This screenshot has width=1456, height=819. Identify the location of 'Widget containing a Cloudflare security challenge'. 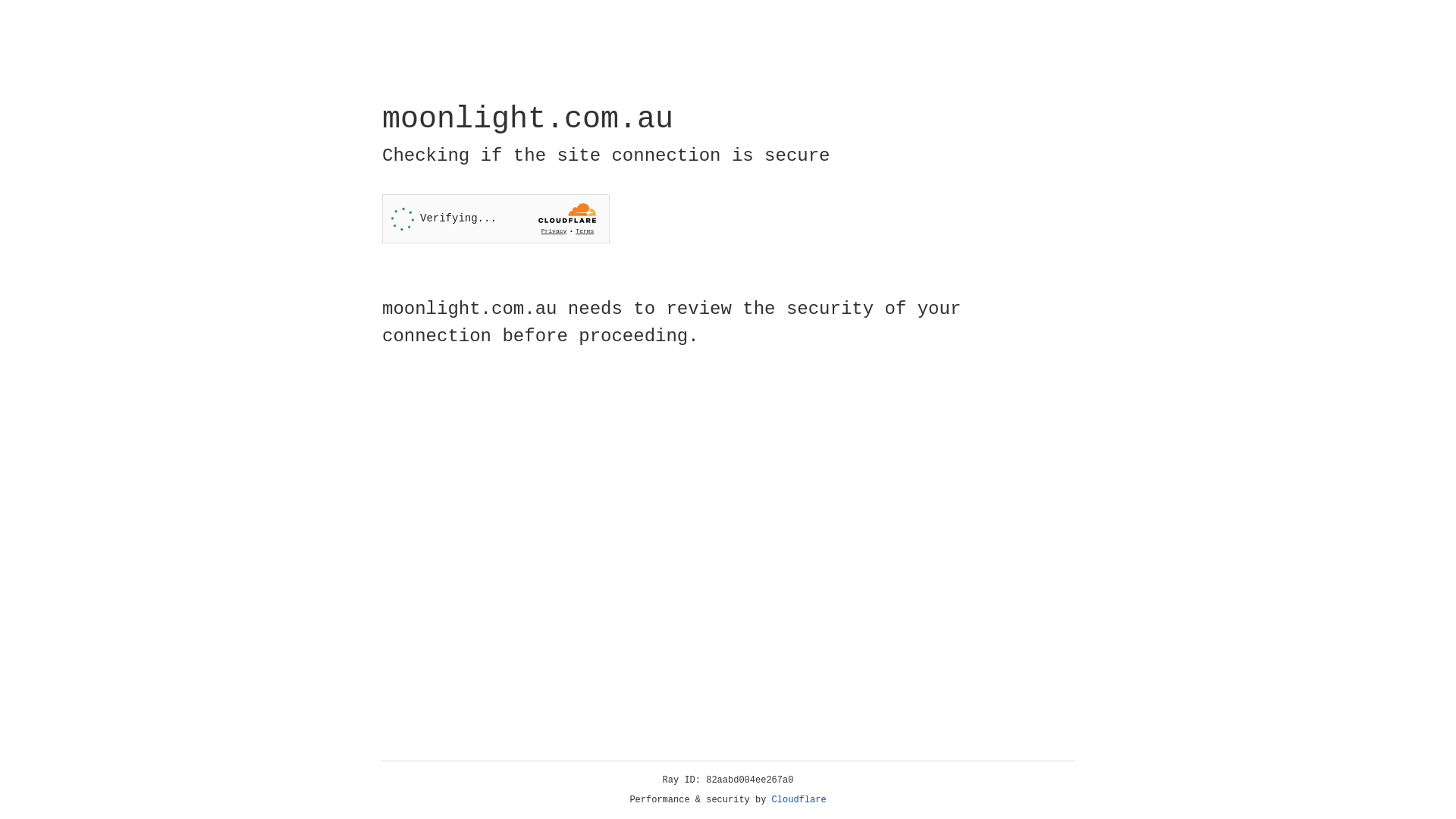
(495, 218).